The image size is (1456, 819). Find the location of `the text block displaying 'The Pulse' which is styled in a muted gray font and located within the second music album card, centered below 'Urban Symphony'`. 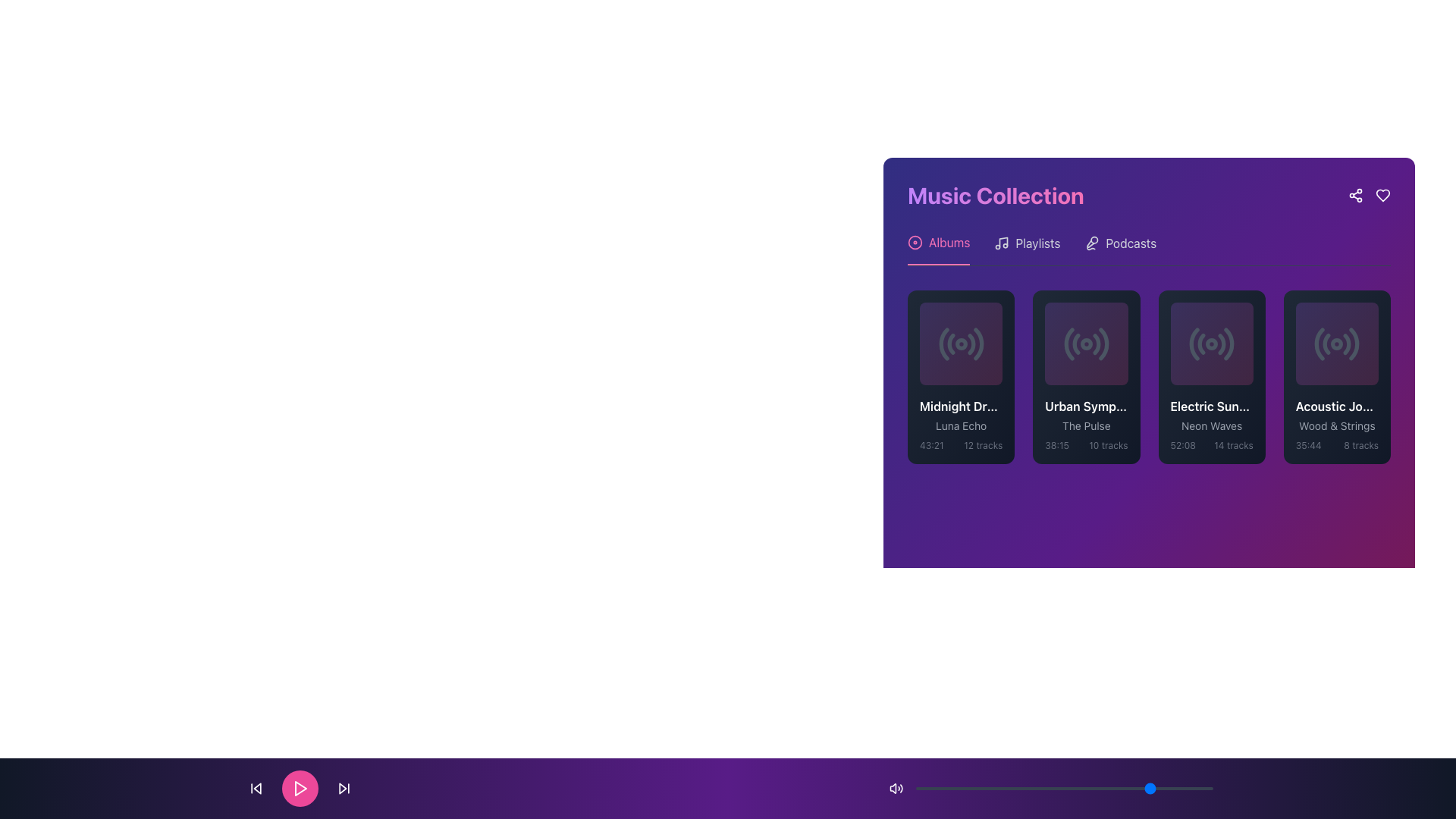

the text block displaying 'The Pulse' which is styled in a muted gray font and located within the second music album card, centered below 'Urban Symphony' is located at coordinates (1085, 426).